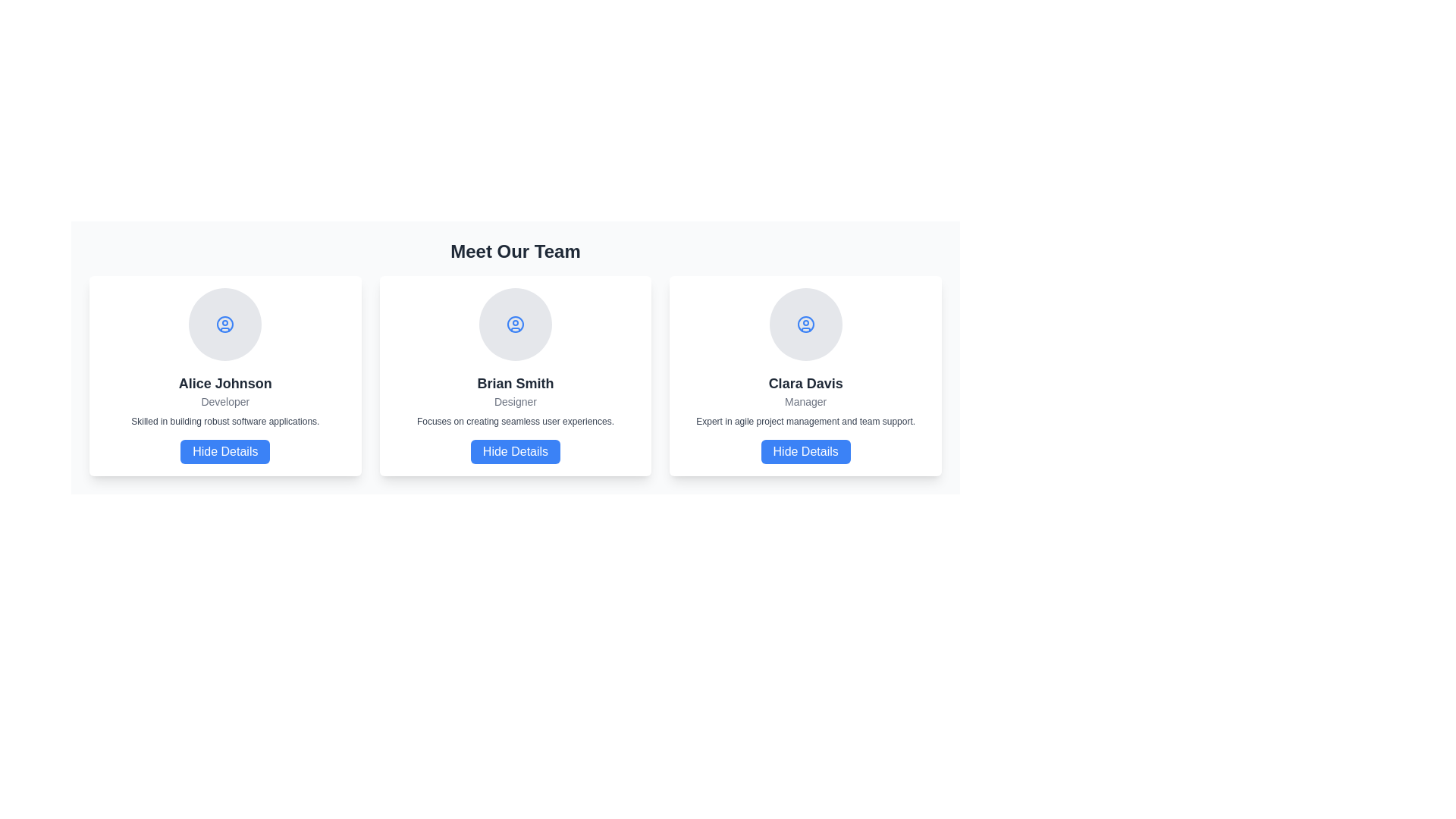 The width and height of the screenshot is (1456, 819). What do you see at coordinates (805, 324) in the screenshot?
I see `the user profile icon representing Clara Davis, located in the top circular area of the profile card in the 'Meet Our Team' section` at bounding box center [805, 324].